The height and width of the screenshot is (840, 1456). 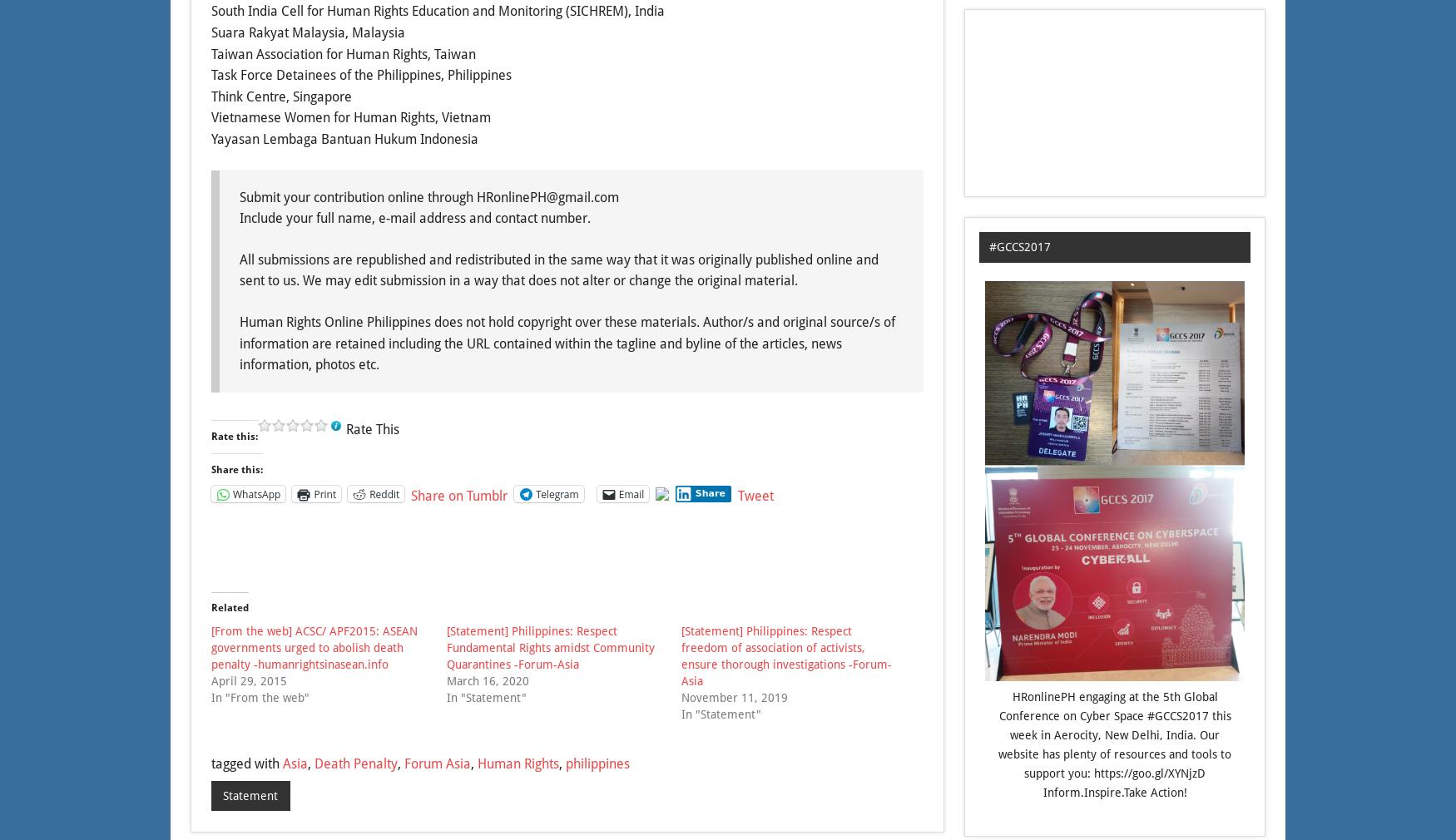 What do you see at coordinates (236, 467) in the screenshot?
I see `'Share this:'` at bounding box center [236, 467].